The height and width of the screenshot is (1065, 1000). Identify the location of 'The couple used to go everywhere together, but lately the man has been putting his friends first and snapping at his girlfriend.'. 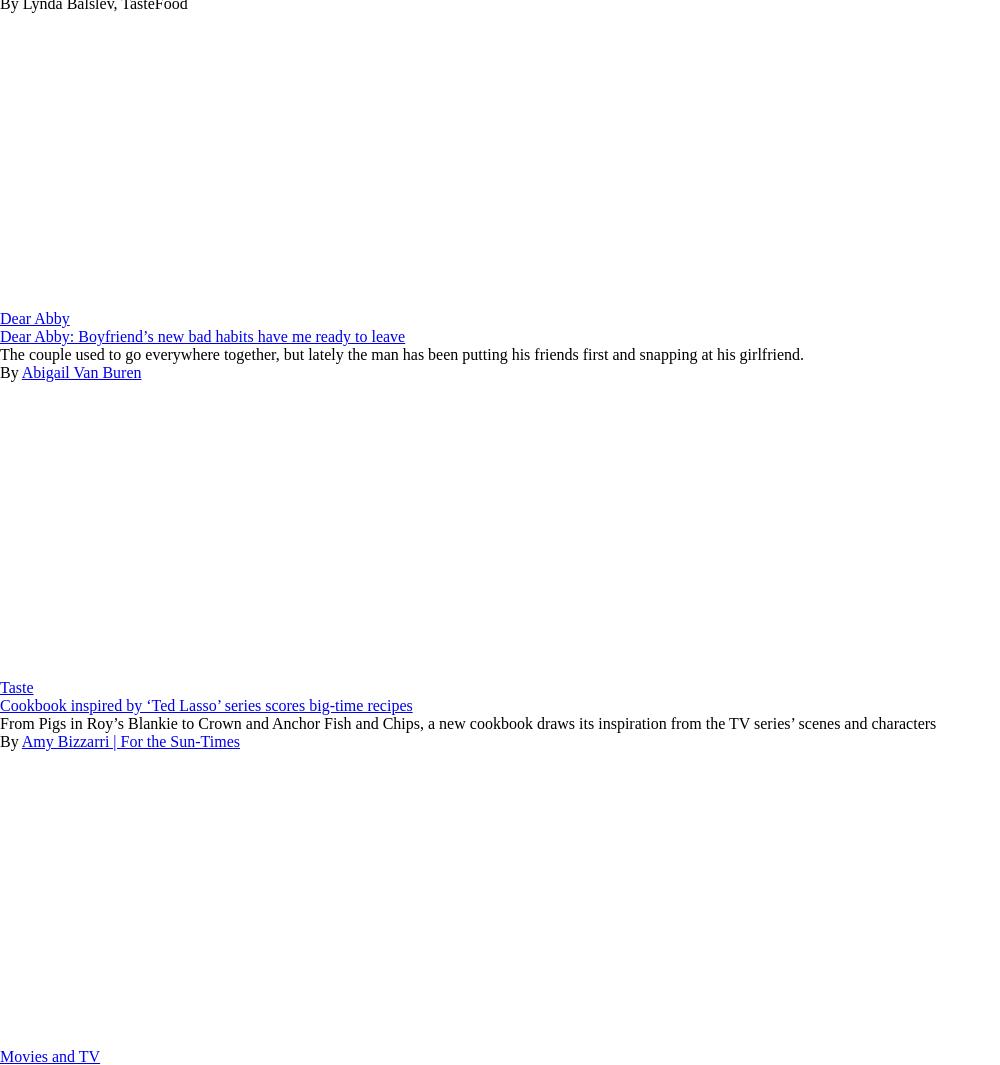
(402, 353).